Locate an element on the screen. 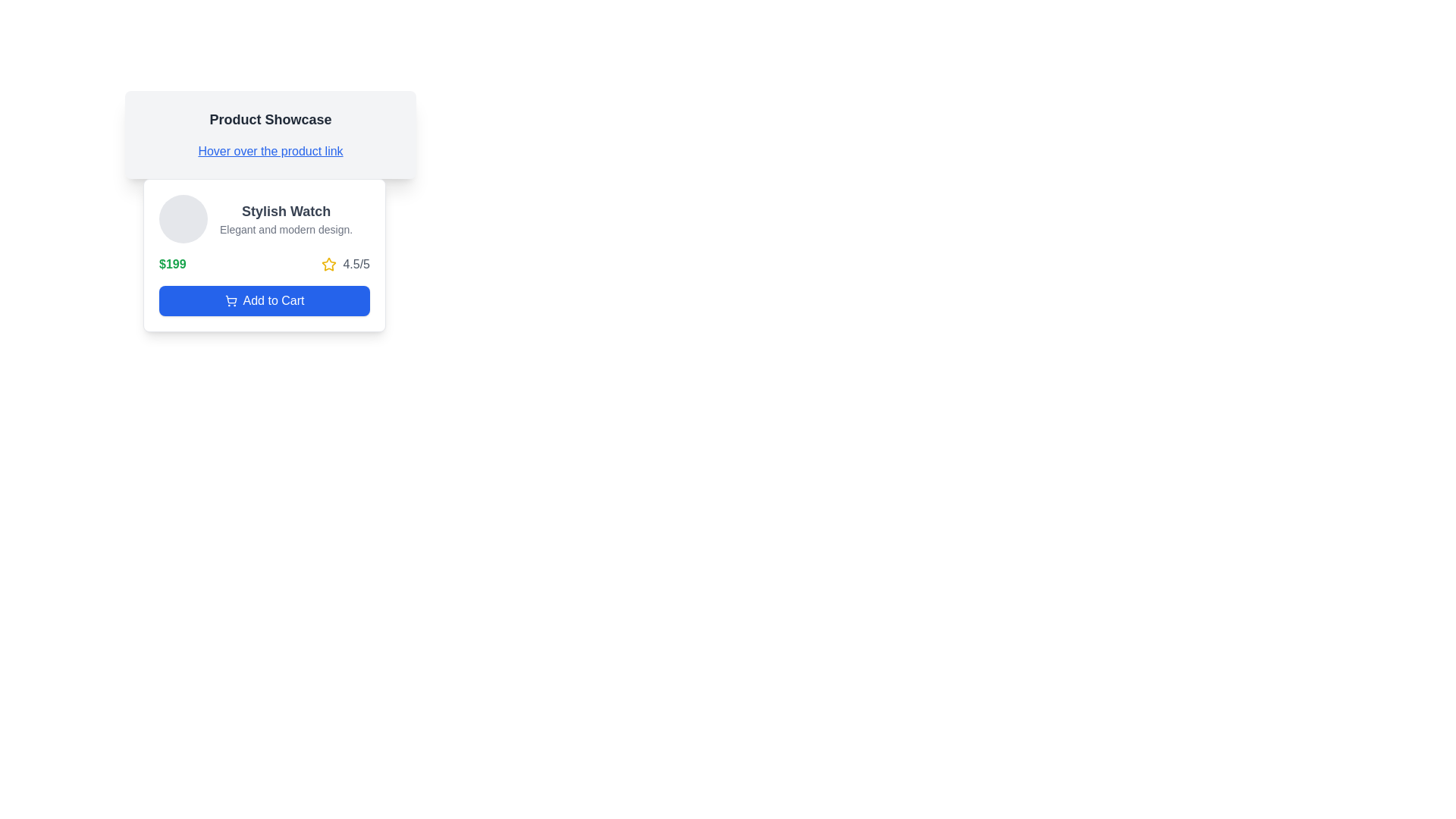 The width and height of the screenshot is (1456, 819). product's title and description from the text block which is centered vertically in the product information card, slightly offset to the right of the circular image placeholder is located at coordinates (286, 219).